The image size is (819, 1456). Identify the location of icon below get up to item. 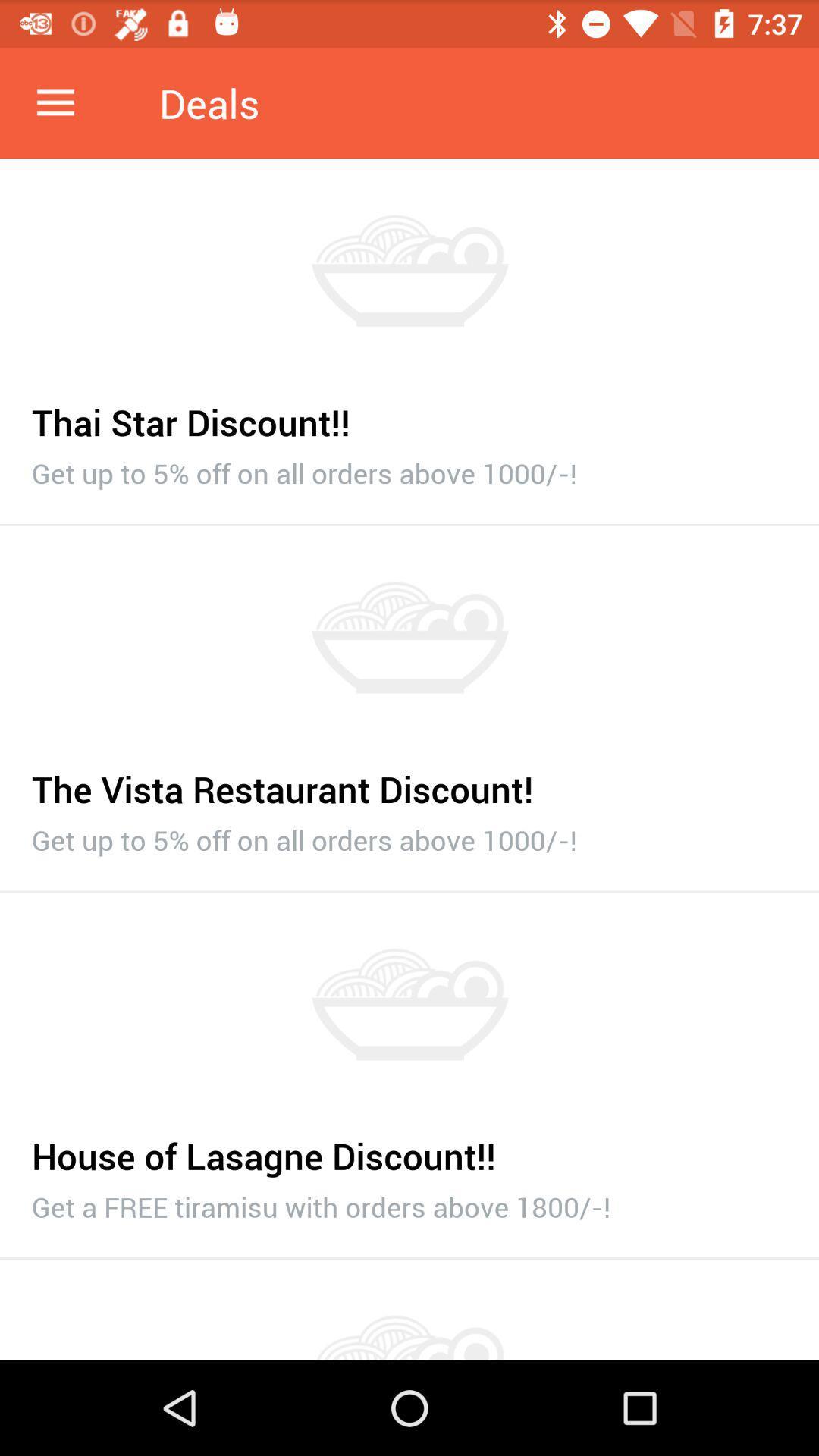
(409, 525).